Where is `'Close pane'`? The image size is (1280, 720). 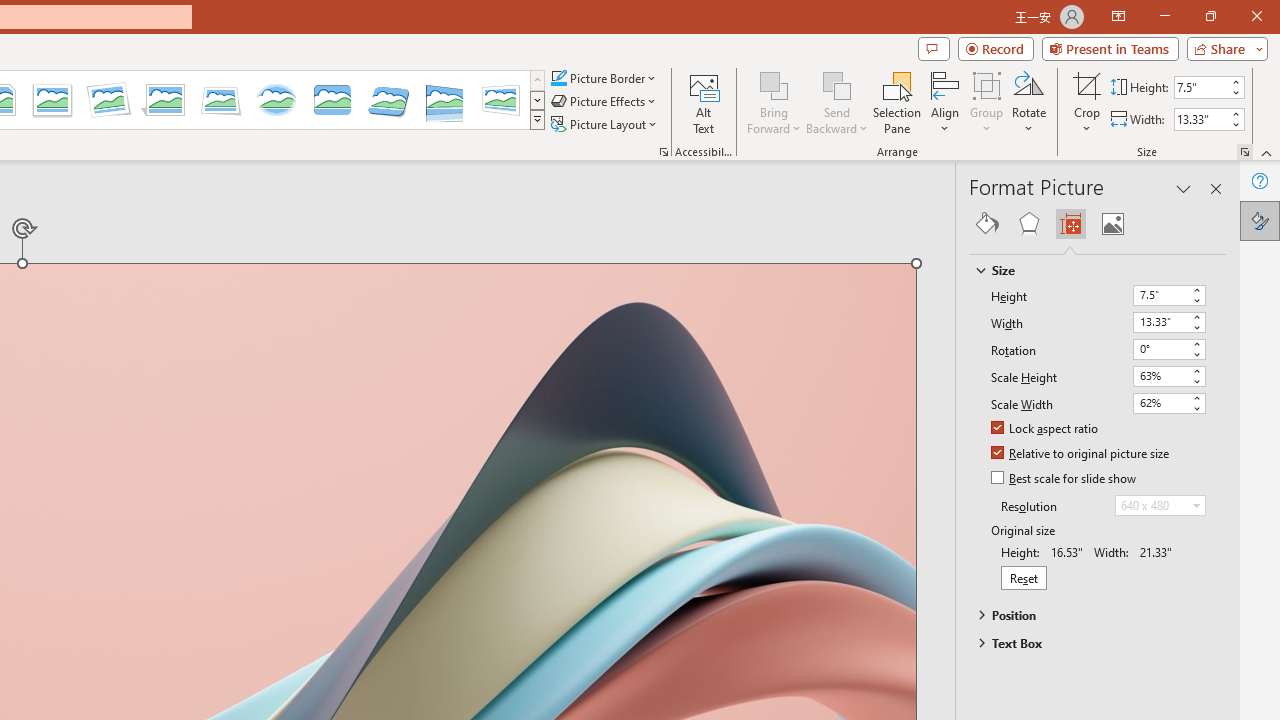
'Close pane' is located at coordinates (1215, 189).